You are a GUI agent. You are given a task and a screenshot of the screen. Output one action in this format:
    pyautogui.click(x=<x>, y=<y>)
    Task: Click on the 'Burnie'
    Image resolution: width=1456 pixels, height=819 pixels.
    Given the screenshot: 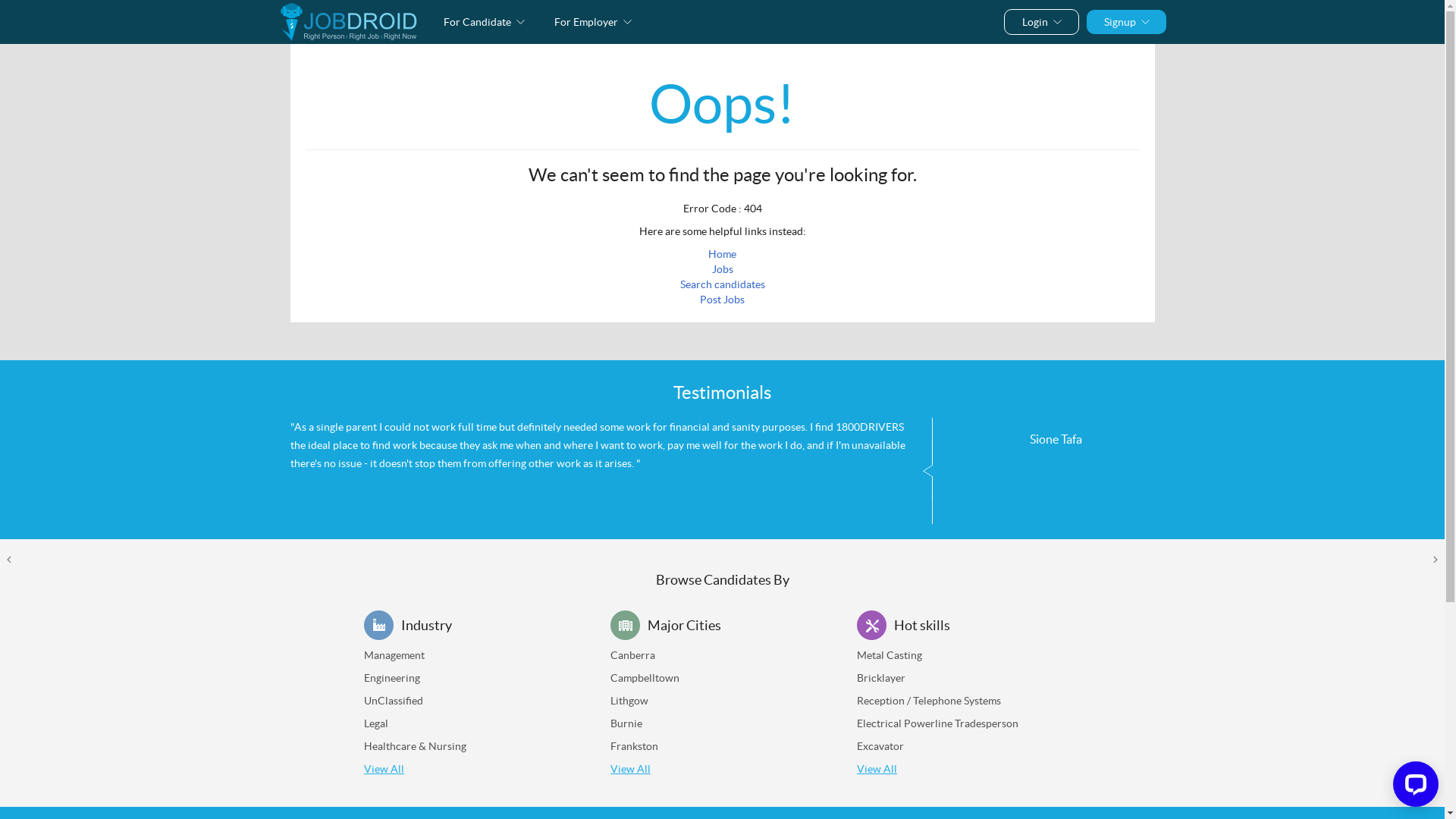 What is the action you would take?
    pyautogui.click(x=626, y=722)
    